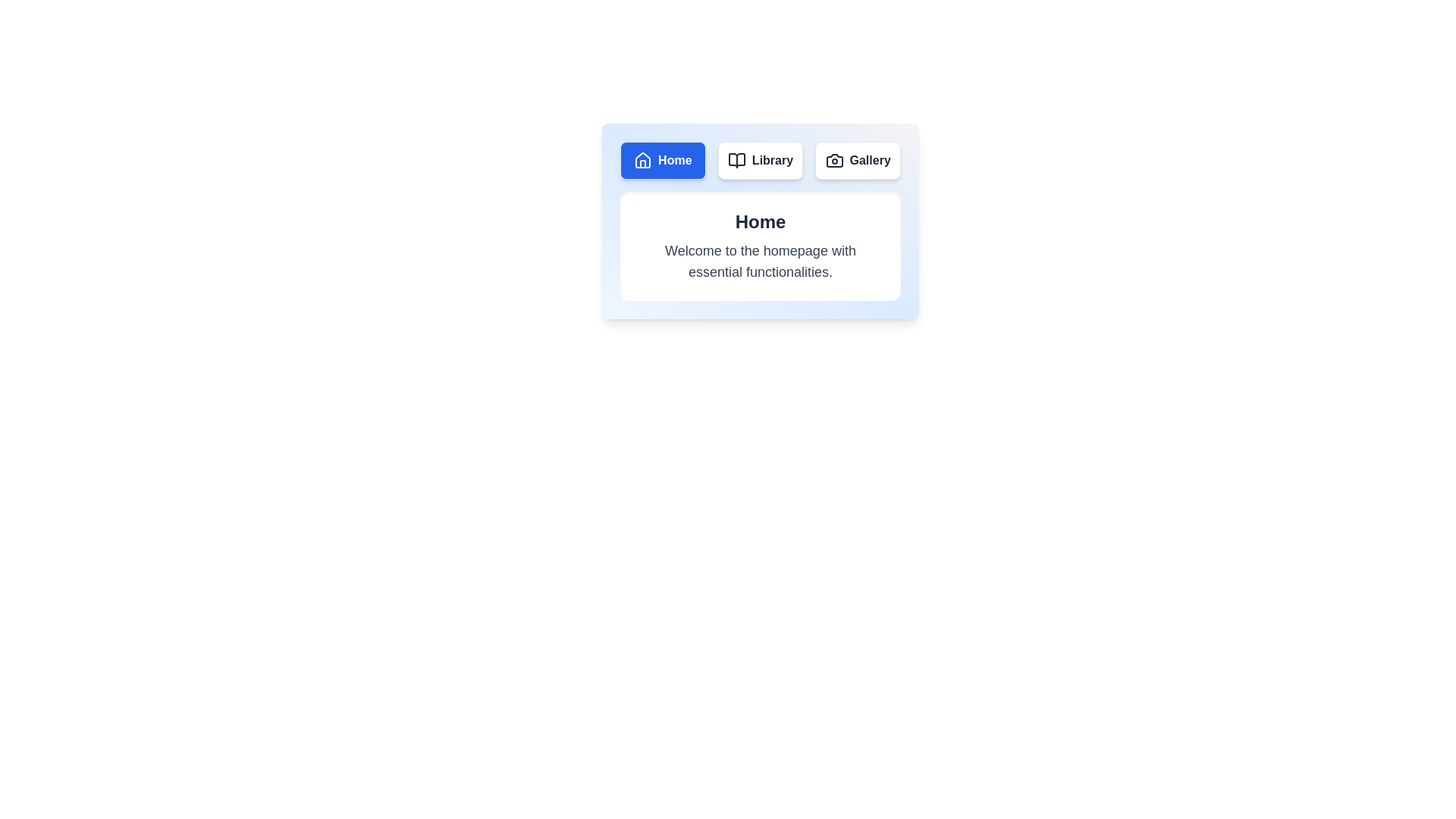 This screenshot has height=819, width=1456. I want to click on the Library tab to display its content, so click(761, 161).